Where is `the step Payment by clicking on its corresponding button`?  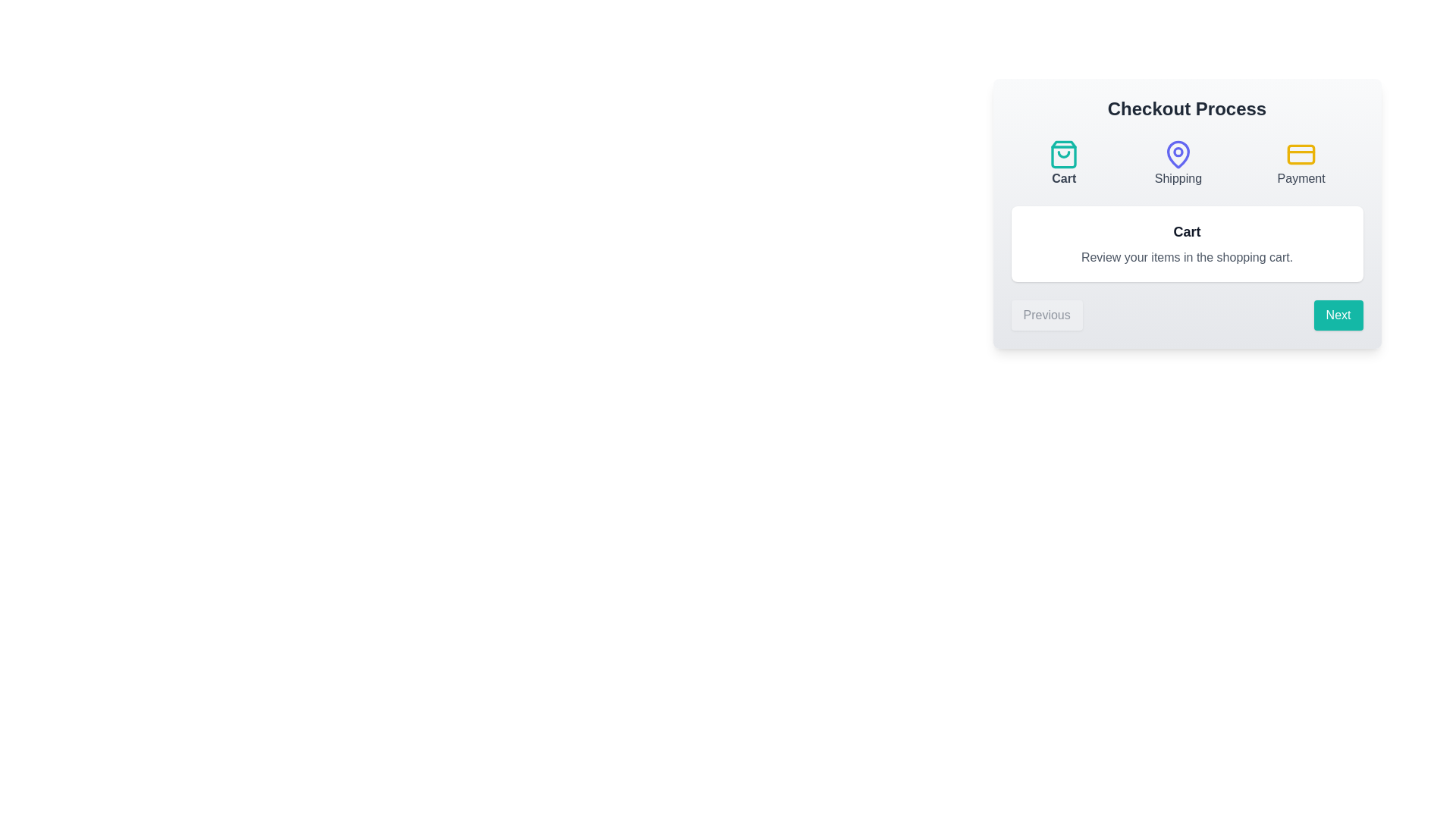 the step Payment by clicking on its corresponding button is located at coordinates (1301, 164).